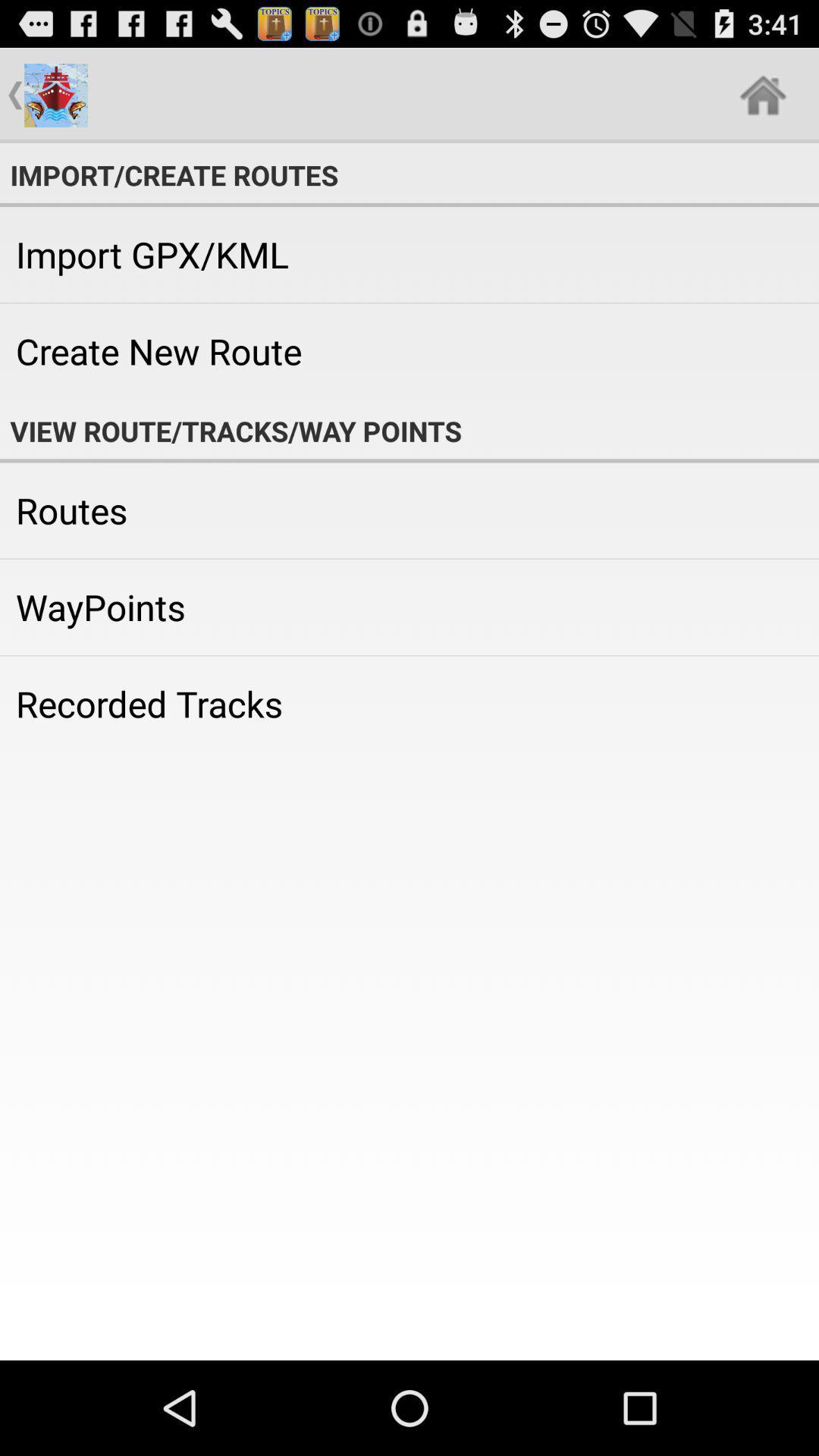 The height and width of the screenshot is (1456, 819). Describe the element at coordinates (409, 607) in the screenshot. I see `icon below the routes` at that location.